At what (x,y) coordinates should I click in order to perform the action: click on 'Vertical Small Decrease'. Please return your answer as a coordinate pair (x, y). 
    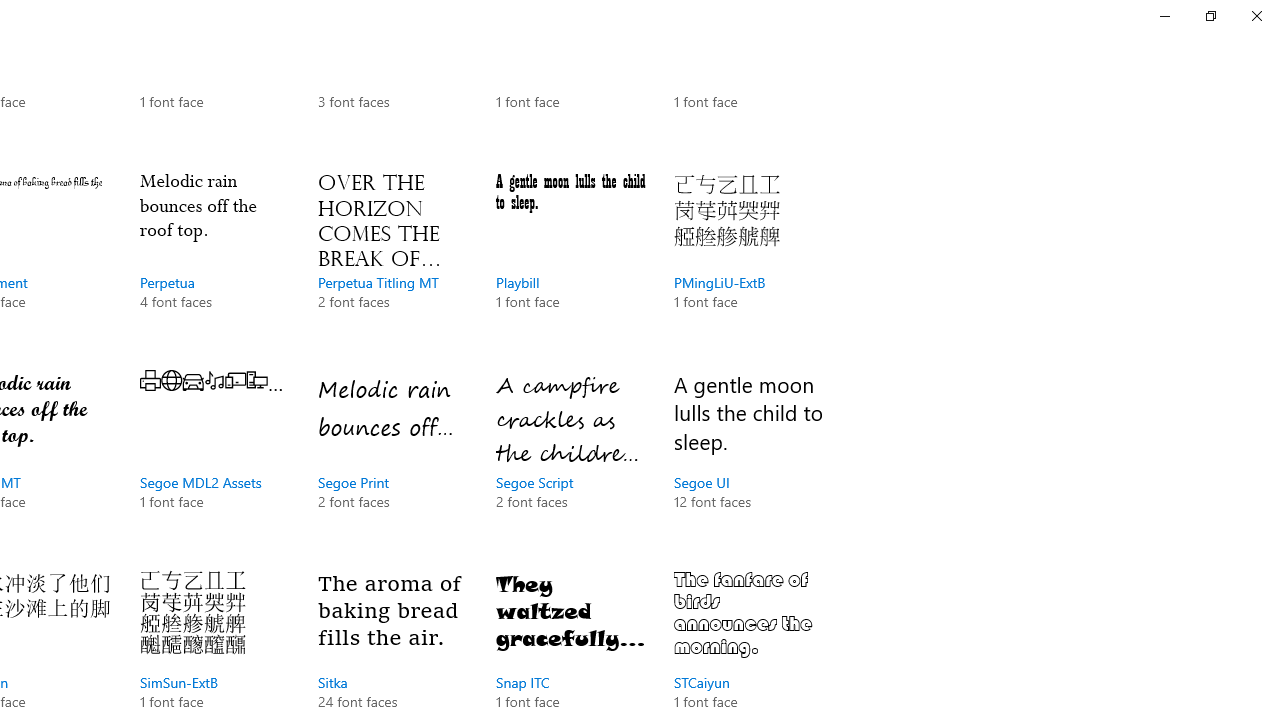
    Looking at the image, I should click on (1271, 104).